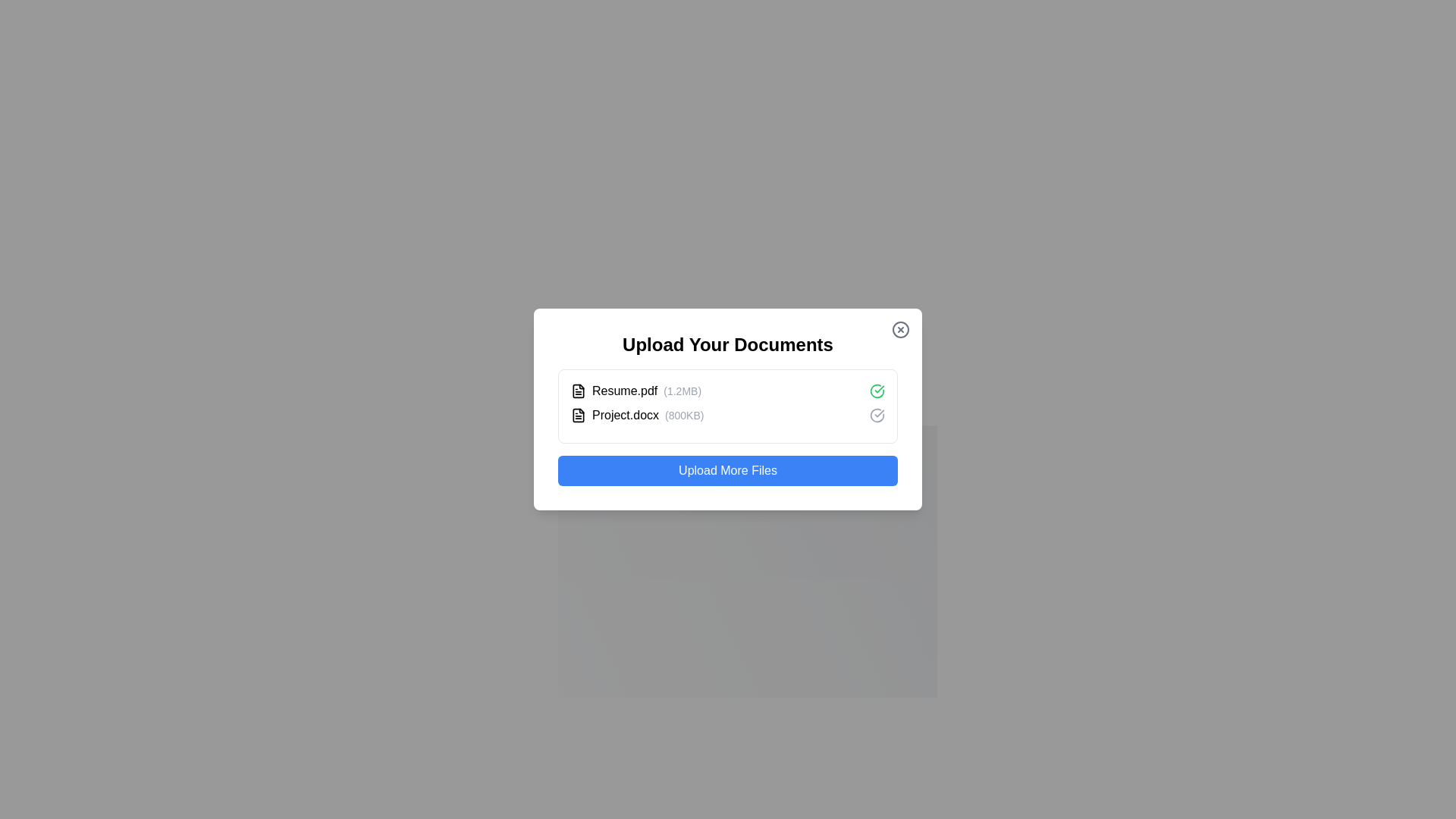 The width and height of the screenshot is (1456, 819). Describe the element at coordinates (901, 329) in the screenshot. I see `the small circular icon with an 'X' symbol in the top-right corner of the modal` at that location.